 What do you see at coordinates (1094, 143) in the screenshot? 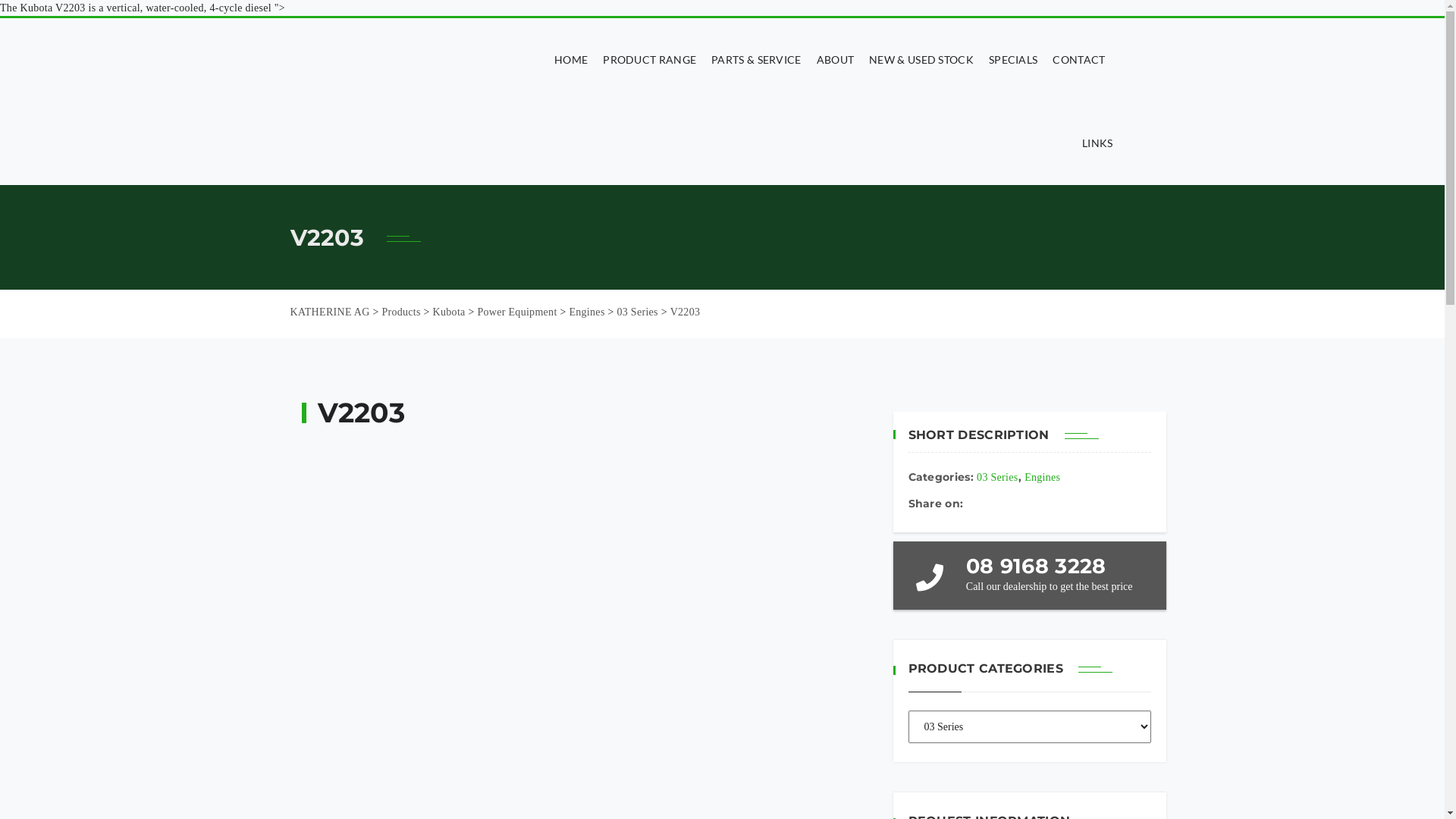
I see `'LINKS'` at bounding box center [1094, 143].